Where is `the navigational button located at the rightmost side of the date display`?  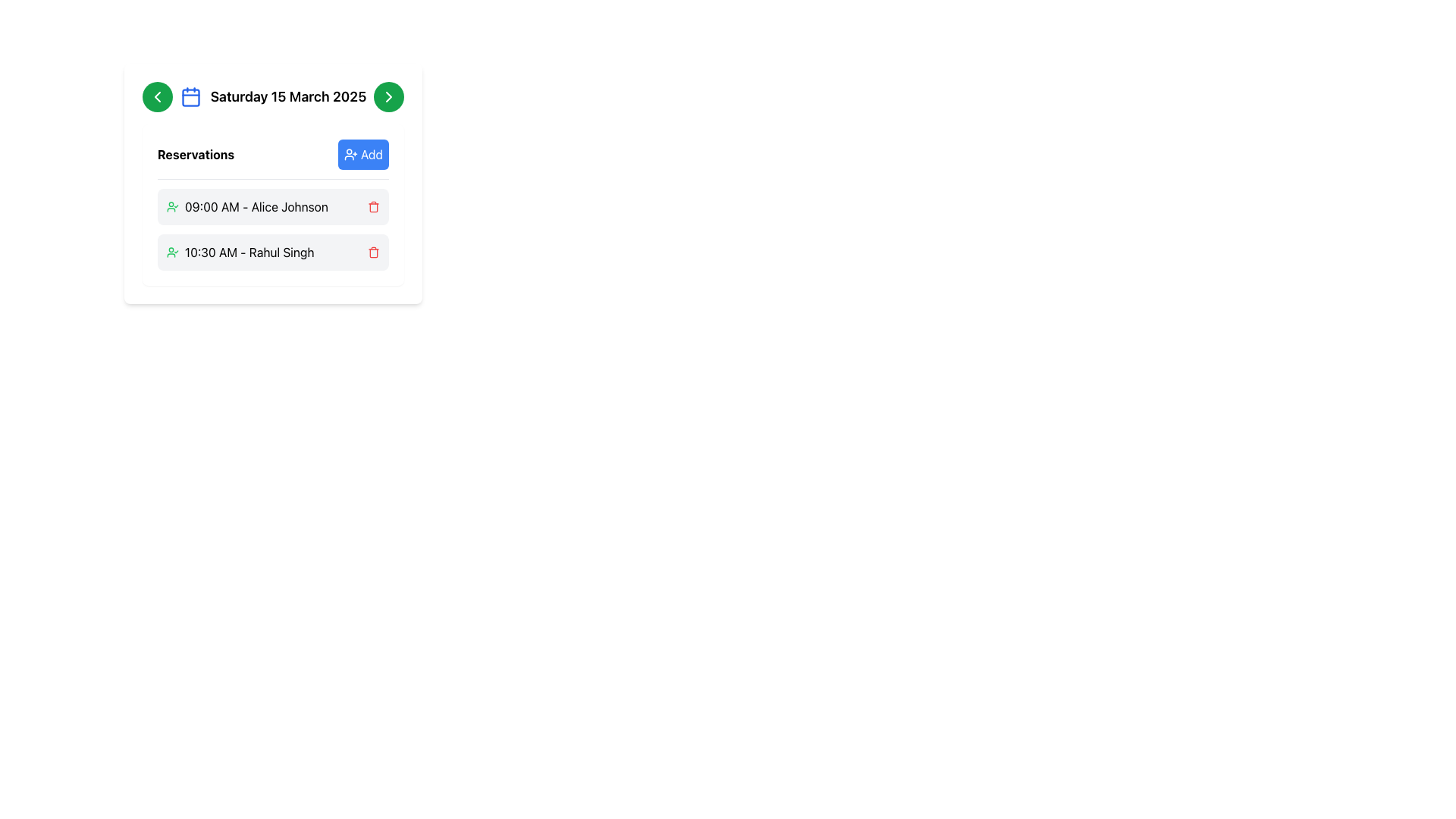 the navigational button located at the rightmost side of the date display is located at coordinates (389, 96).